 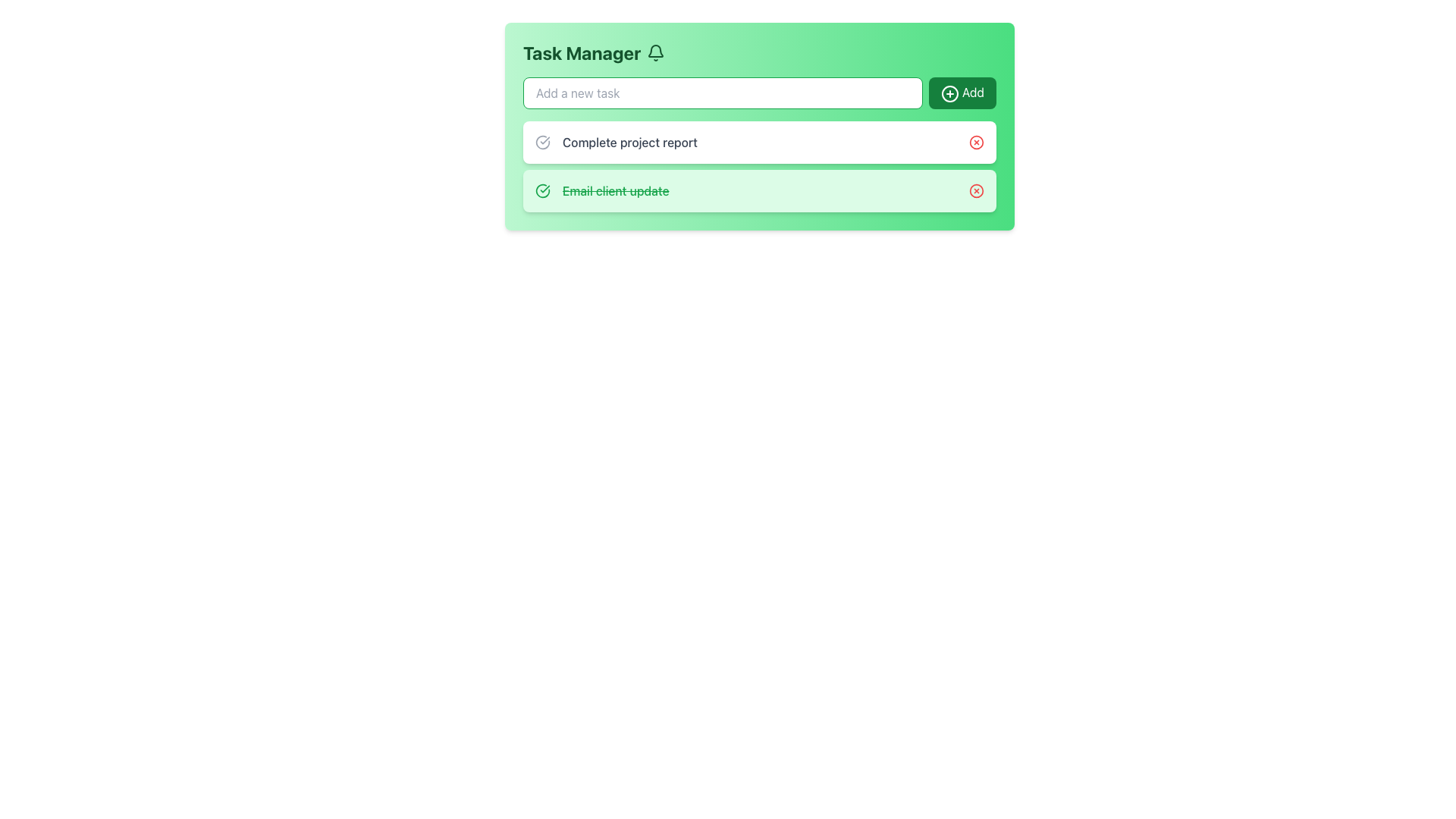 I want to click on the 'Add' button with a green background and white text, so click(x=962, y=93).